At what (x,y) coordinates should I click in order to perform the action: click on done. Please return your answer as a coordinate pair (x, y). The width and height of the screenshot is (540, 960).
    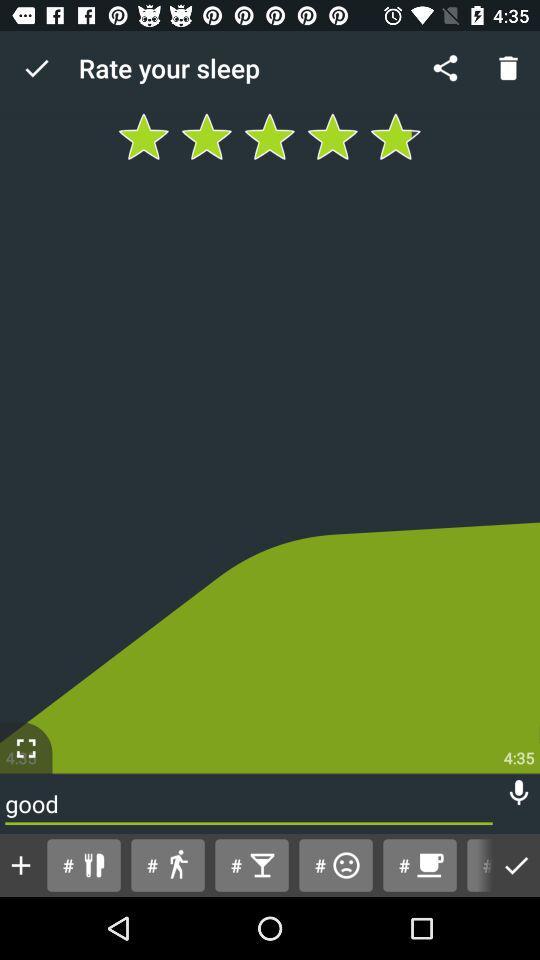
    Looking at the image, I should click on (516, 864).